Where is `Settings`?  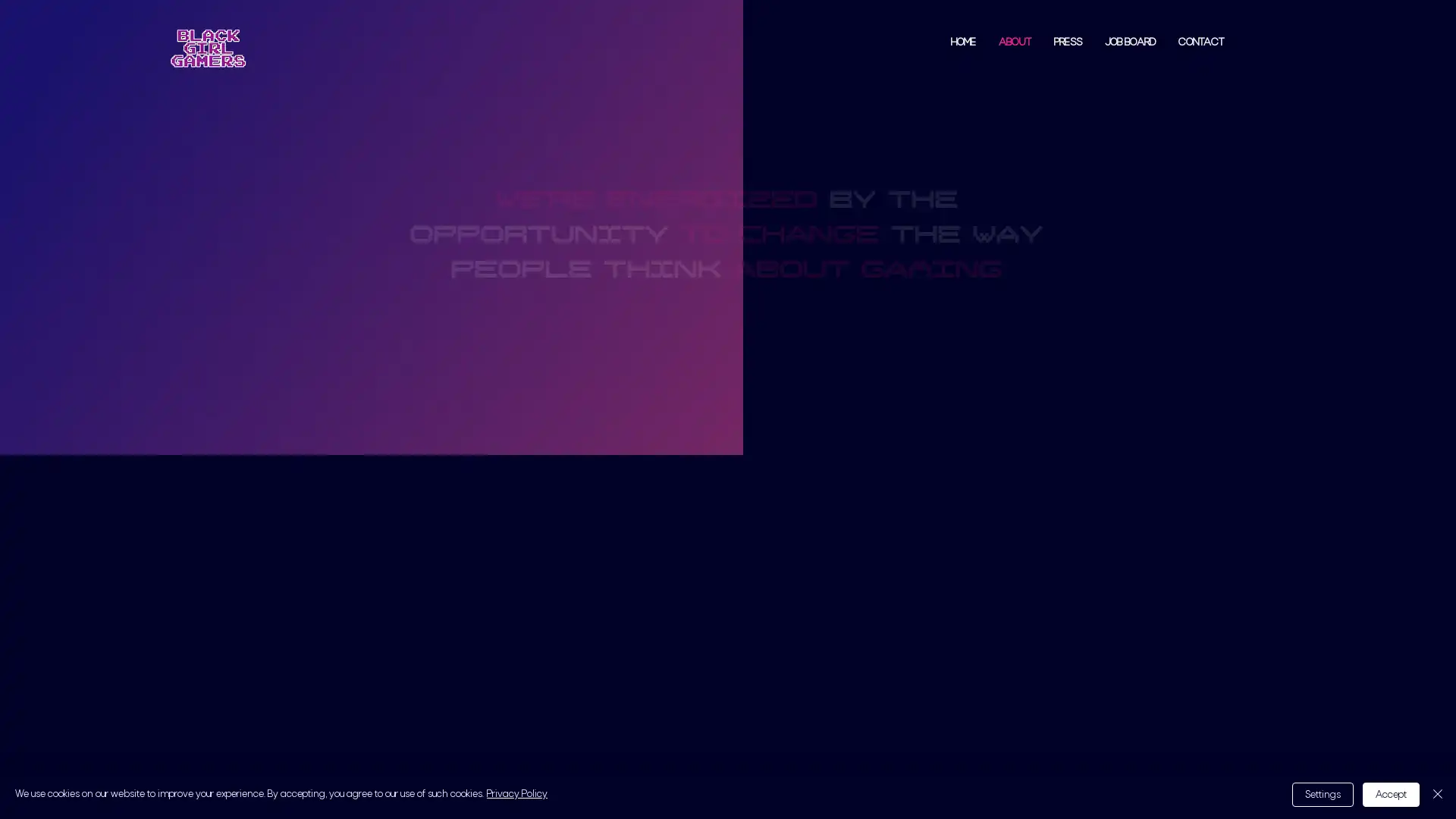 Settings is located at coordinates (1322, 794).